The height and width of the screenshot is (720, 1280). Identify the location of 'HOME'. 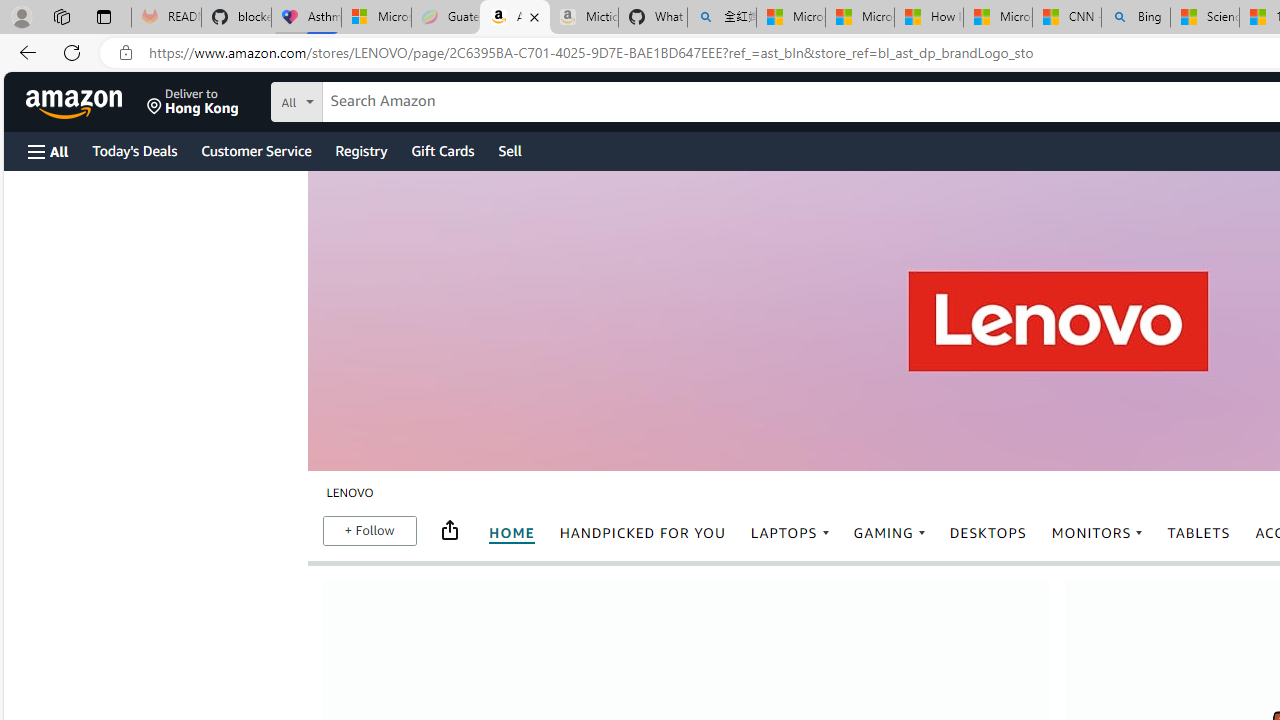
(512, 532).